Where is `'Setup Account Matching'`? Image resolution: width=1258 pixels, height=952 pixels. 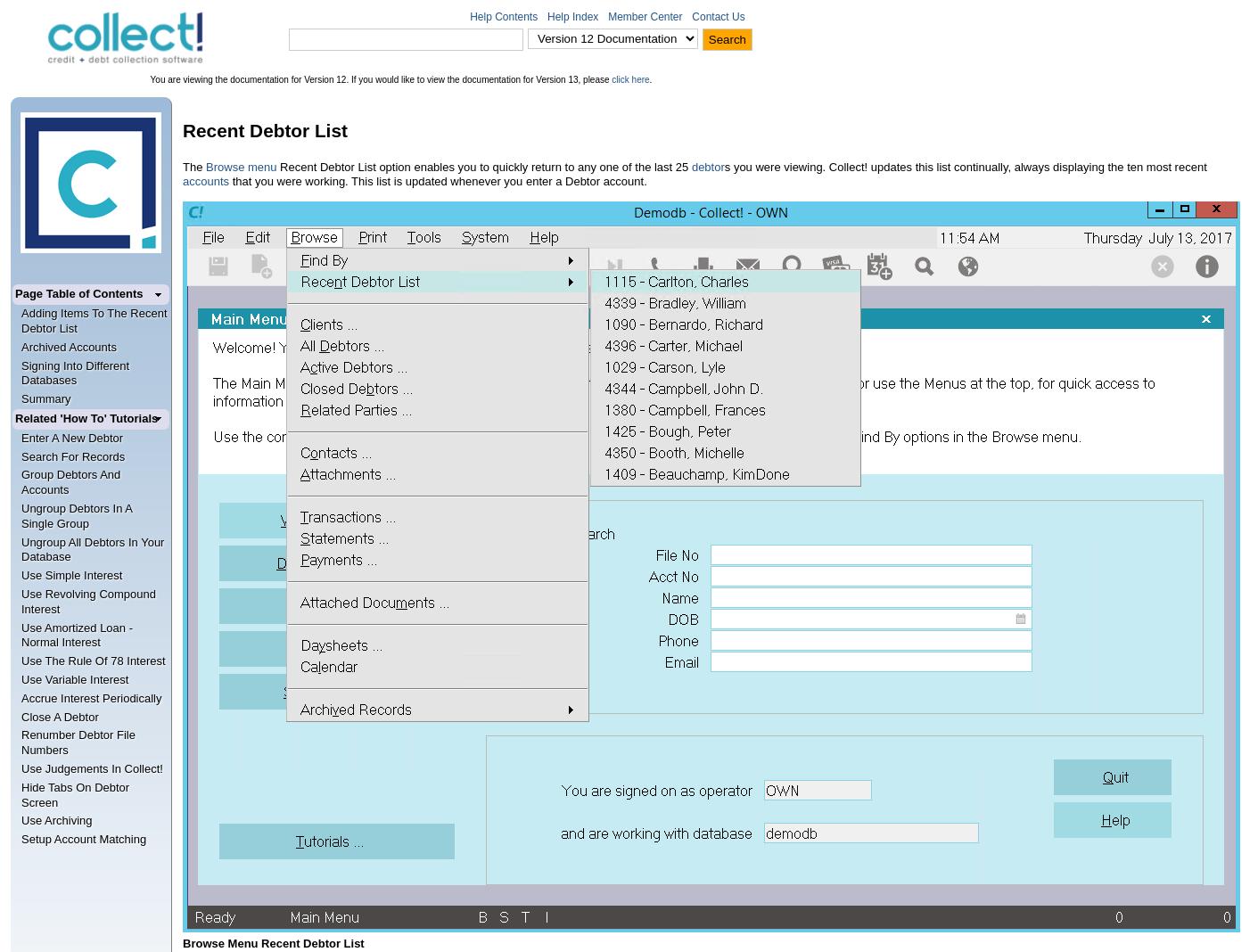 'Setup Account Matching' is located at coordinates (83, 839).